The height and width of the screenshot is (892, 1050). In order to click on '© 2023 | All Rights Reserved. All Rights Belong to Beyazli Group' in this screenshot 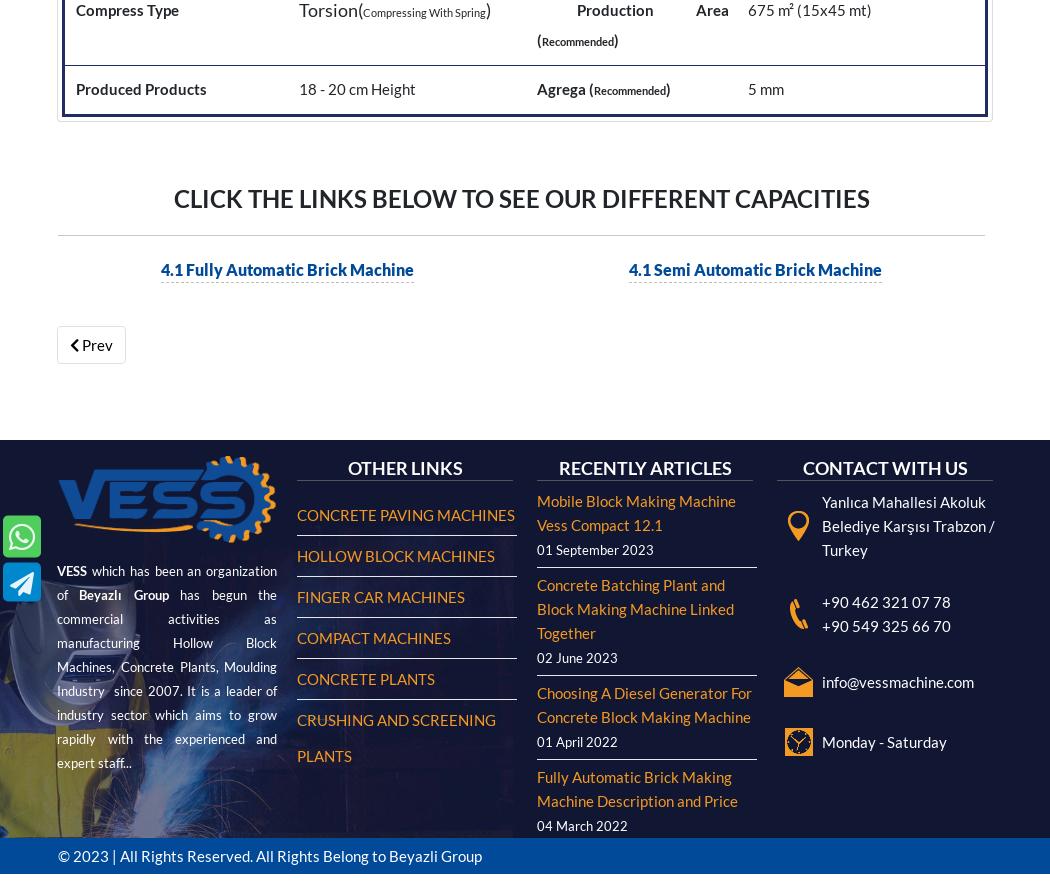, I will do `click(268, 213)`.